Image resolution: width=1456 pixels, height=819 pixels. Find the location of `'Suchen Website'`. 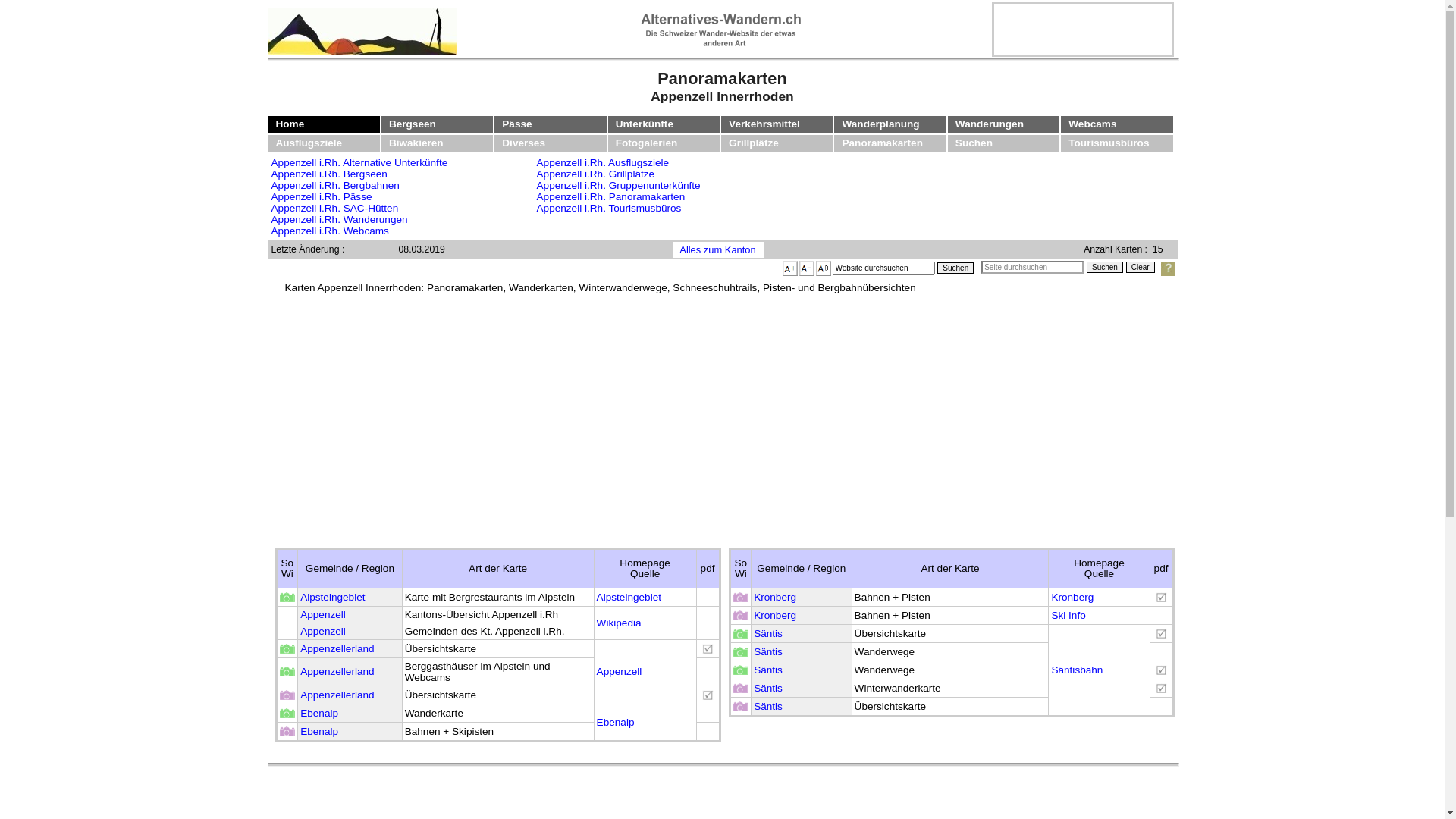

'Suchen Website' is located at coordinates (937, 267).